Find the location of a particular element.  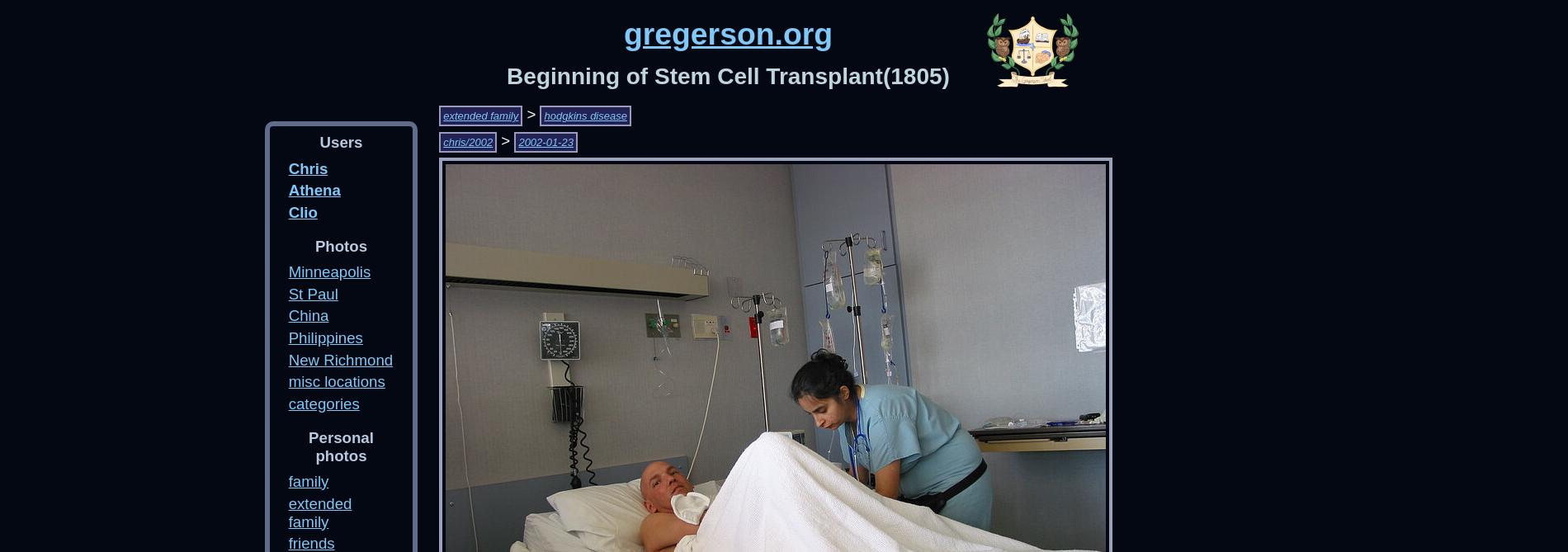

'Minneapolis' is located at coordinates (328, 271).